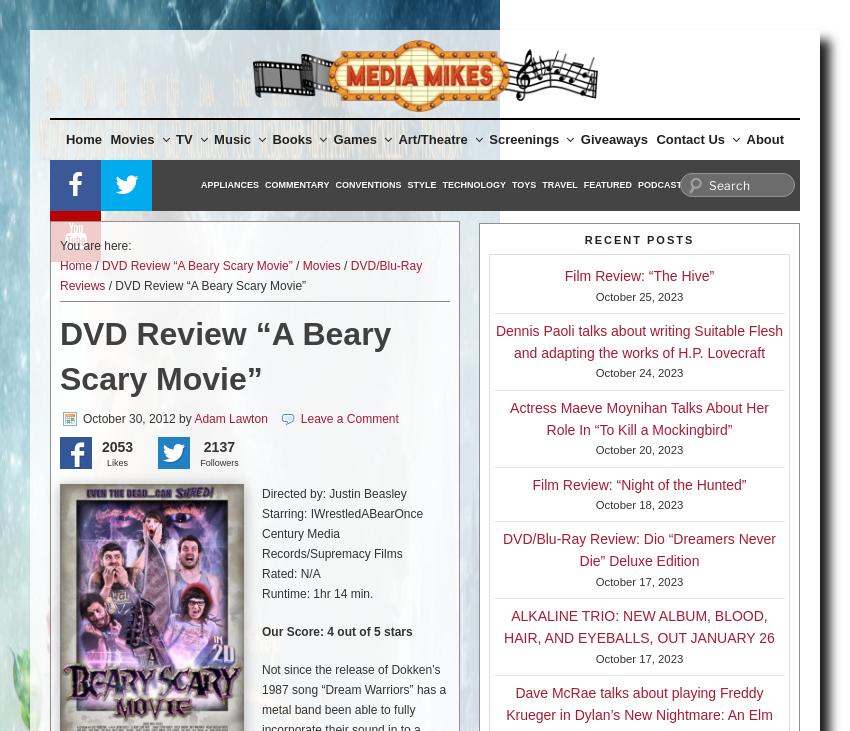 This screenshot has width=850, height=731. Describe the element at coordinates (116, 447) in the screenshot. I see `'2053'` at that location.